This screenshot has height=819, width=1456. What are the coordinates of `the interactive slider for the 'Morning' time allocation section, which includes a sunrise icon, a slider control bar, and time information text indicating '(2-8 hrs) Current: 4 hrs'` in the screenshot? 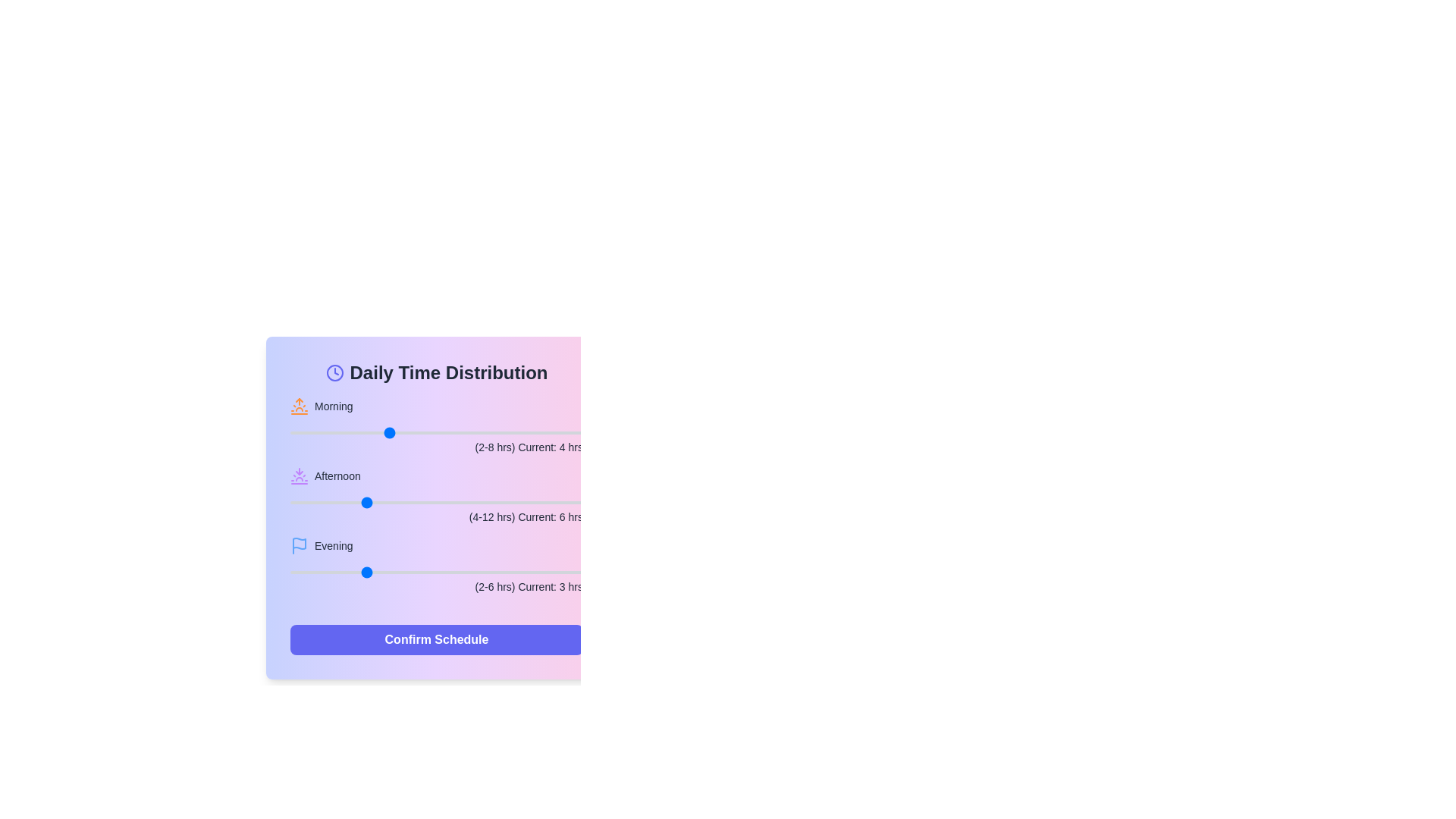 It's located at (436, 426).